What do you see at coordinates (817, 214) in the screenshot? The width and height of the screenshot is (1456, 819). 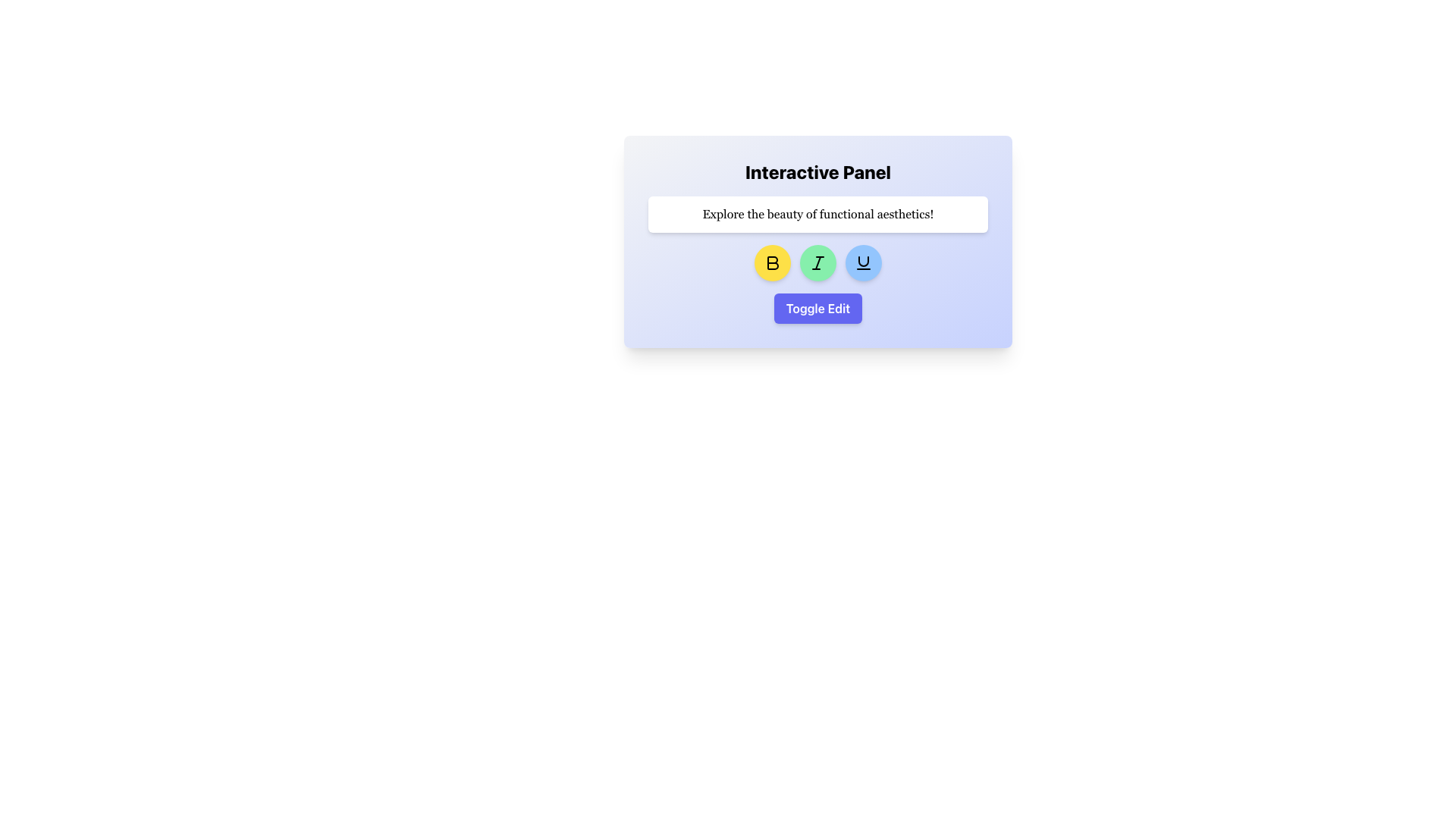 I see `the static text label located within the 'Interactive Panel', positioned directly below the heading and above a row of circular interactive buttons` at bounding box center [817, 214].